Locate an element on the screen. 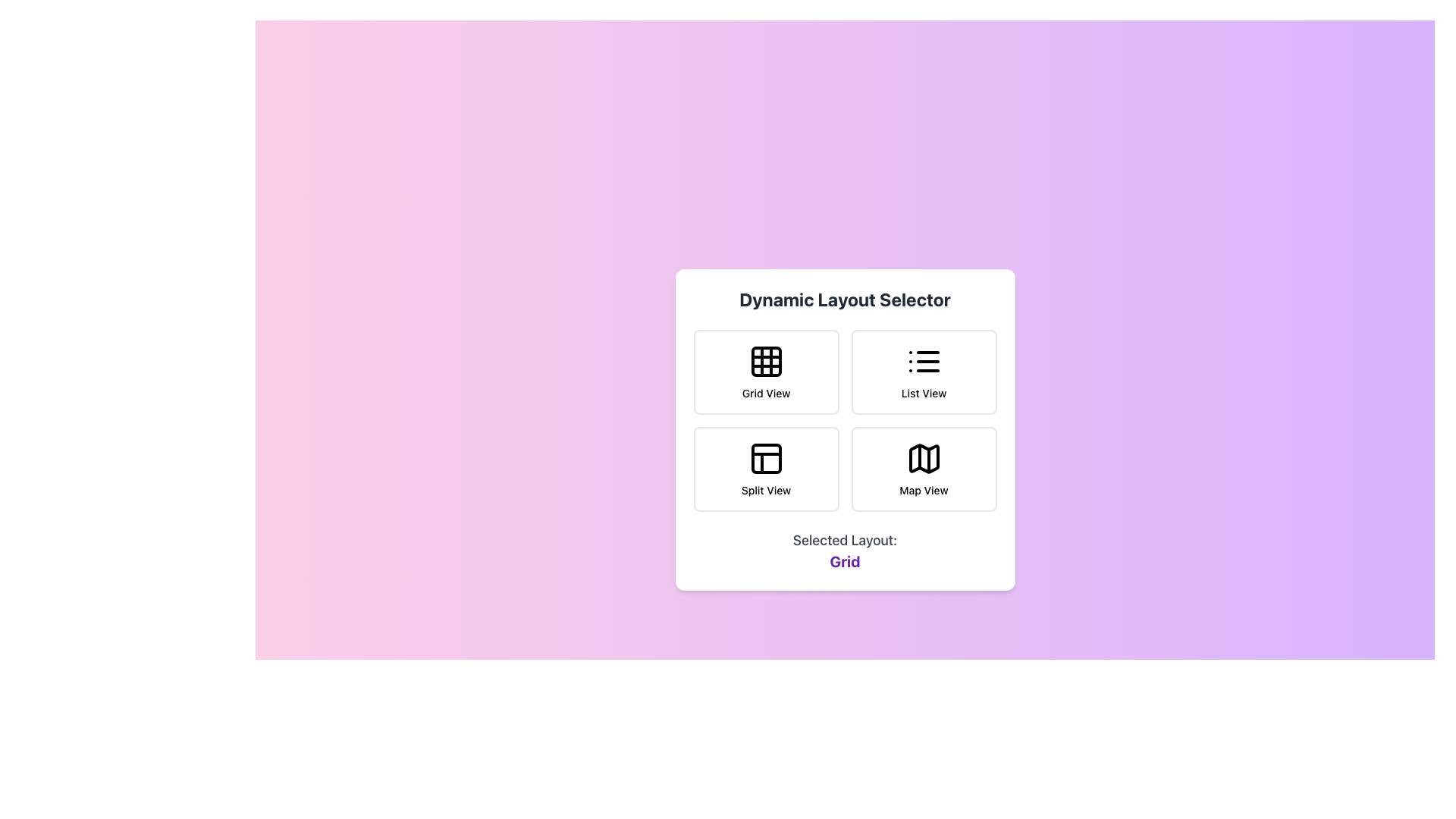 Image resolution: width=1456 pixels, height=819 pixels. the 'Grid View' button is located at coordinates (766, 372).